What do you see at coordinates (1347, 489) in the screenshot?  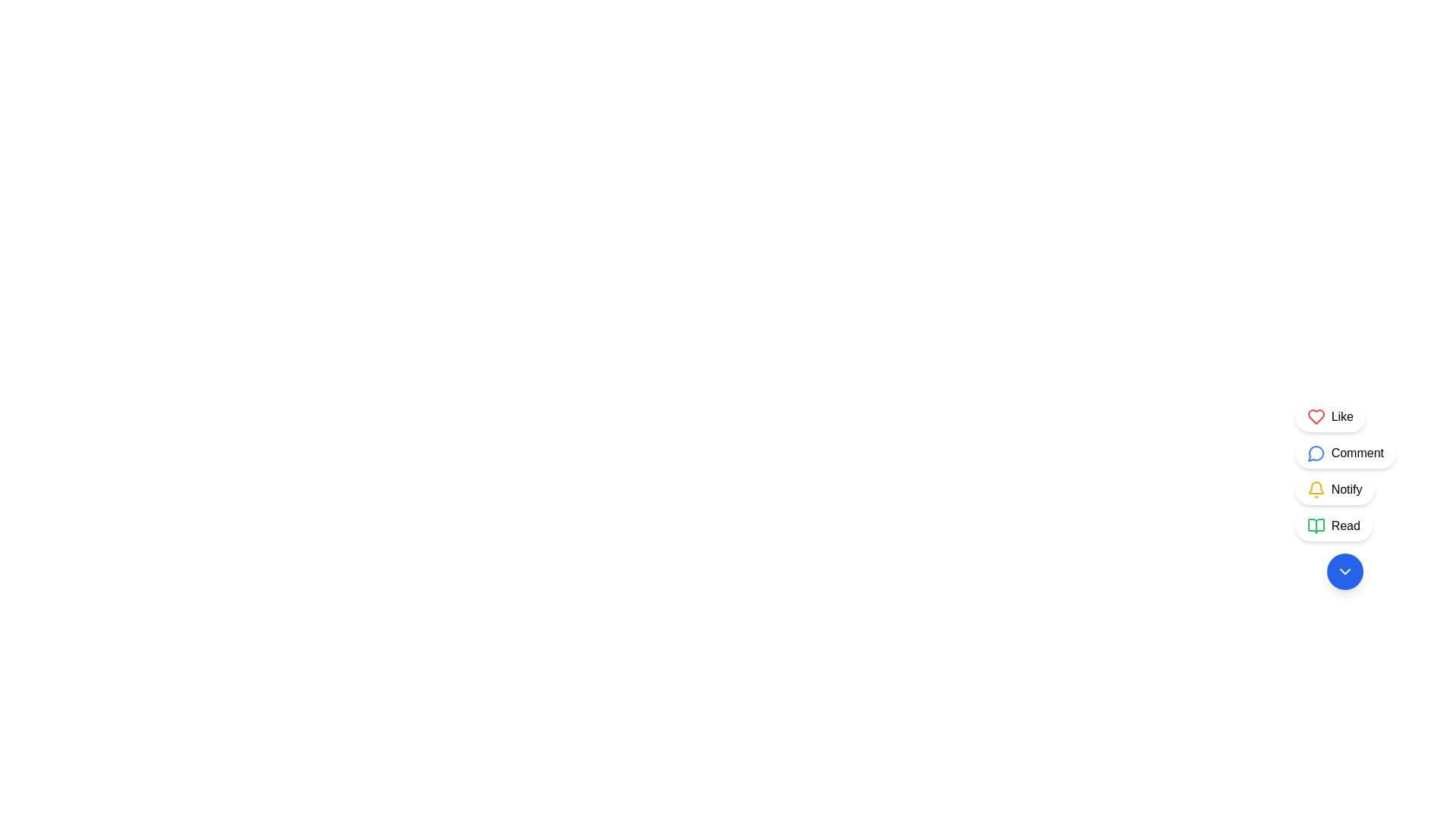 I see `the button containing the static text label aligned to the right that triggers the 'Notify' functionality. This button is the third option from the top in a vertical stack of similar buttons located near the right edge of the interface` at bounding box center [1347, 489].